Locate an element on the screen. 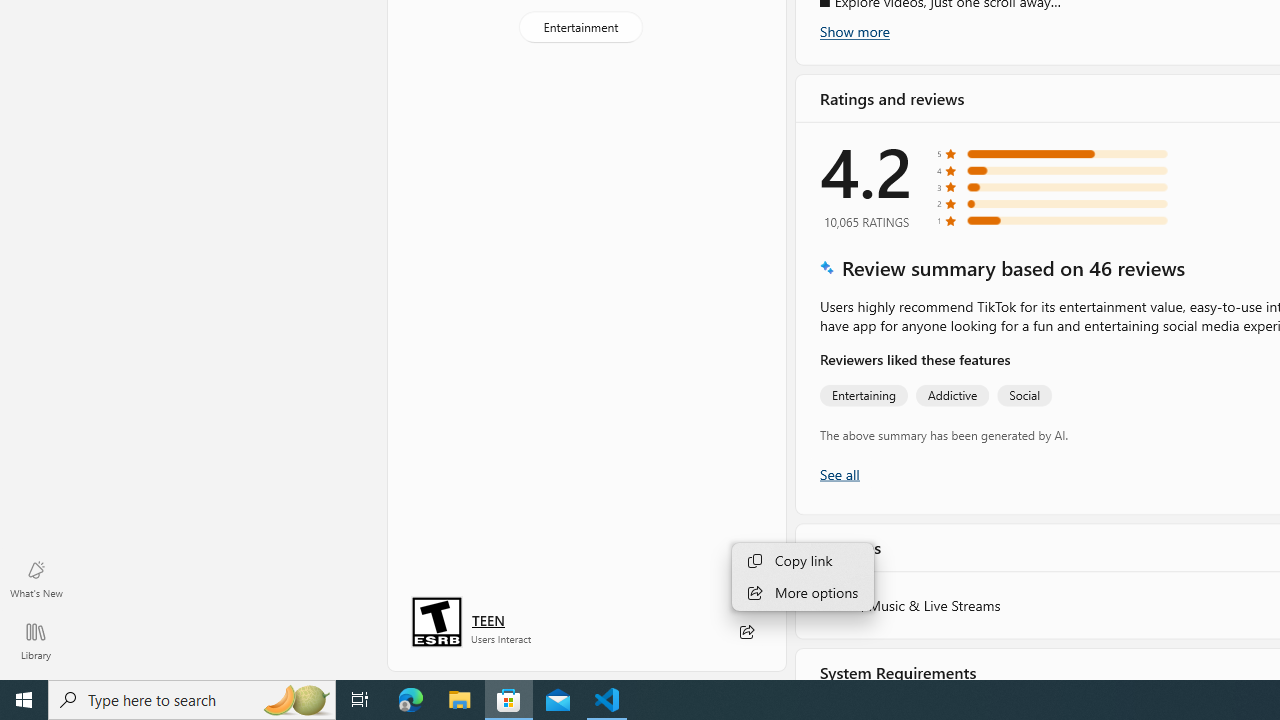 The width and height of the screenshot is (1280, 720). 'Show all ratings and reviews' is located at coordinates (839, 473).